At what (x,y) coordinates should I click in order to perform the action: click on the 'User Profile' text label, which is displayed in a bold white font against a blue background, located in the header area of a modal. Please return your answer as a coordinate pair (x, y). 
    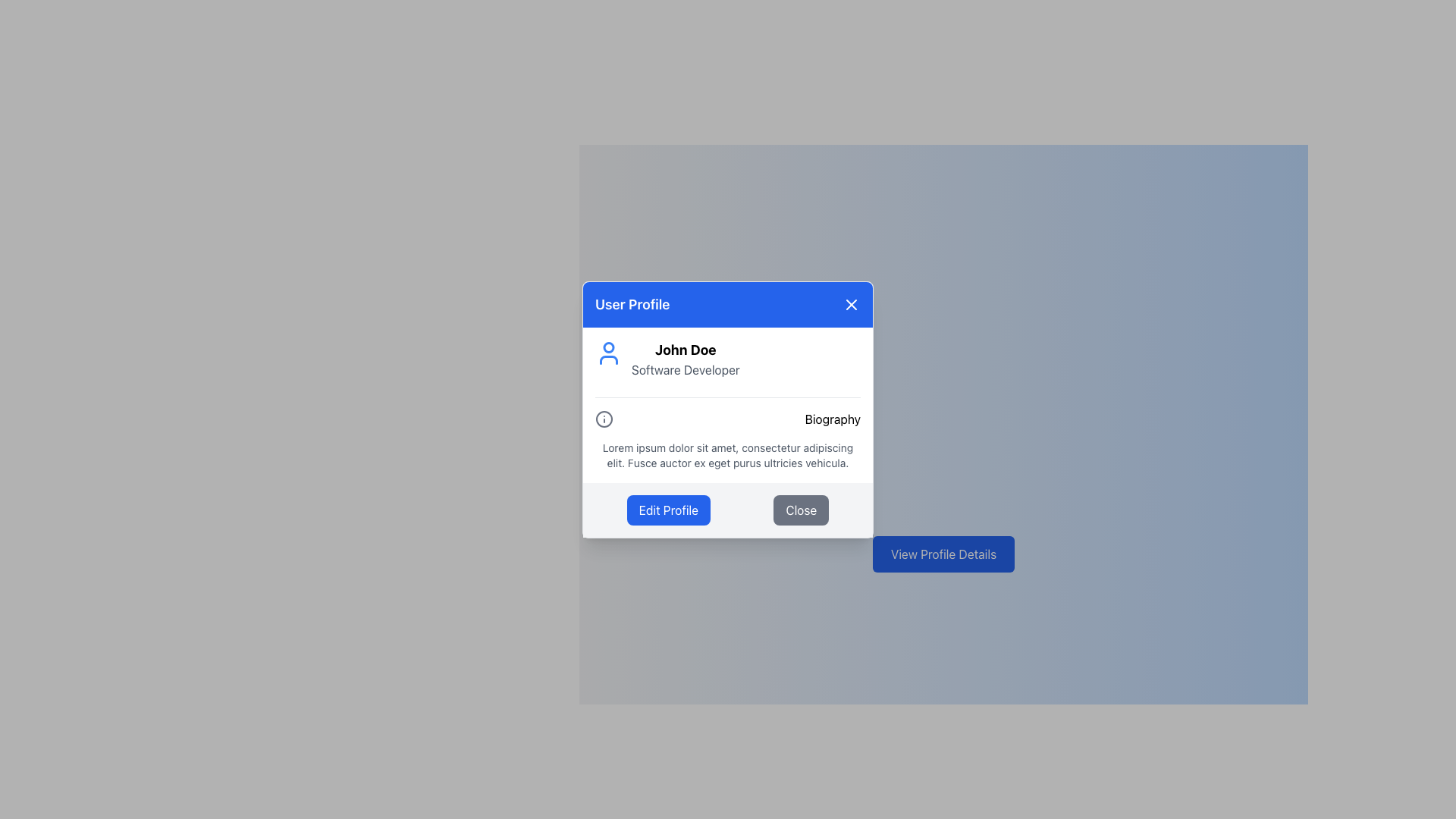
    Looking at the image, I should click on (632, 304).